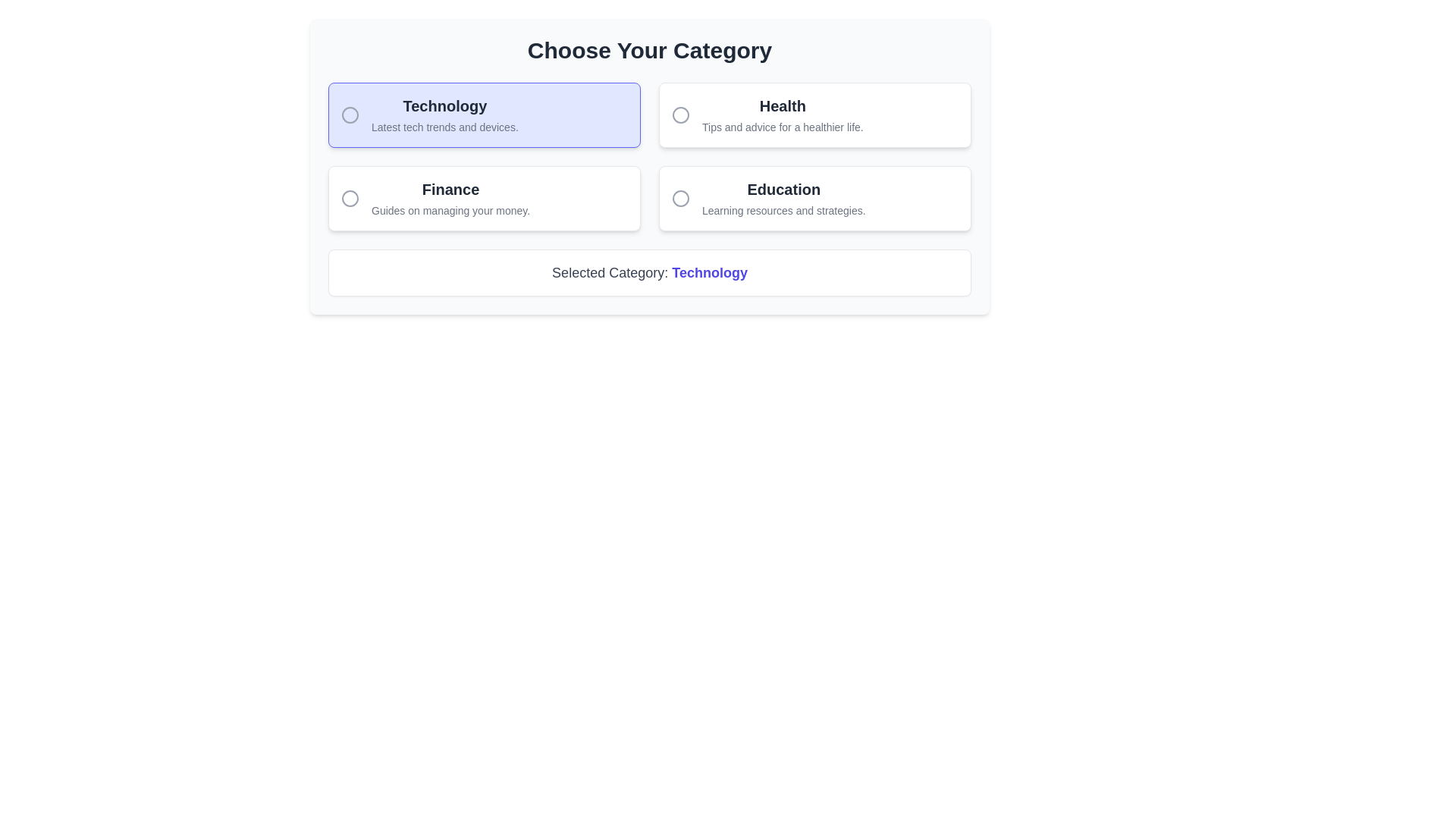  Describe the element at coordinates (783, 210) in the screenshot. I see `the text block displaying 'Learning resources and strategies.' which is styled in a small gray font and positioned below the 'Education' title` at that location.